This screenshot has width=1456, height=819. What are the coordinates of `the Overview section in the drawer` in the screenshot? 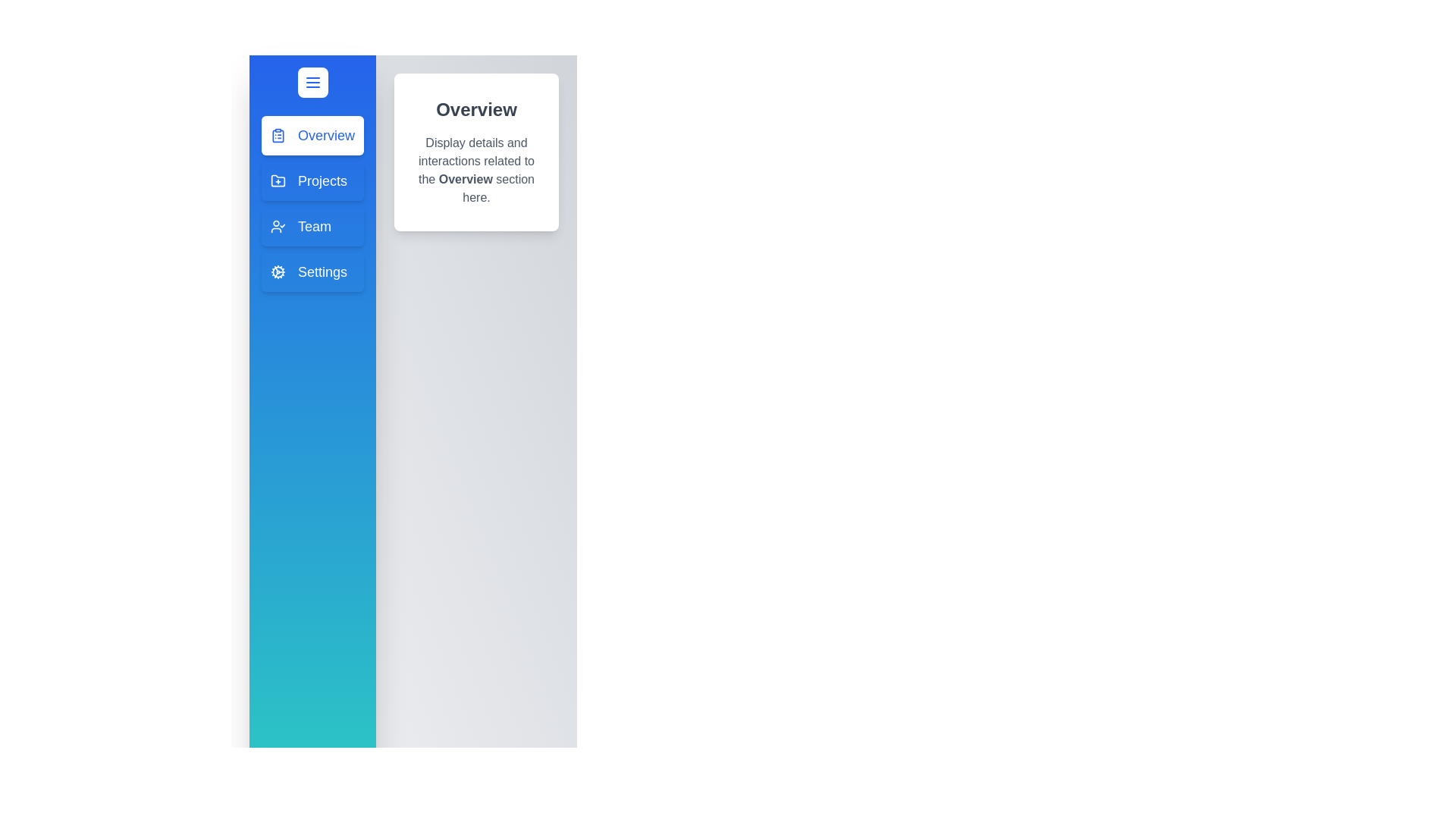 It's located at (312, 134).